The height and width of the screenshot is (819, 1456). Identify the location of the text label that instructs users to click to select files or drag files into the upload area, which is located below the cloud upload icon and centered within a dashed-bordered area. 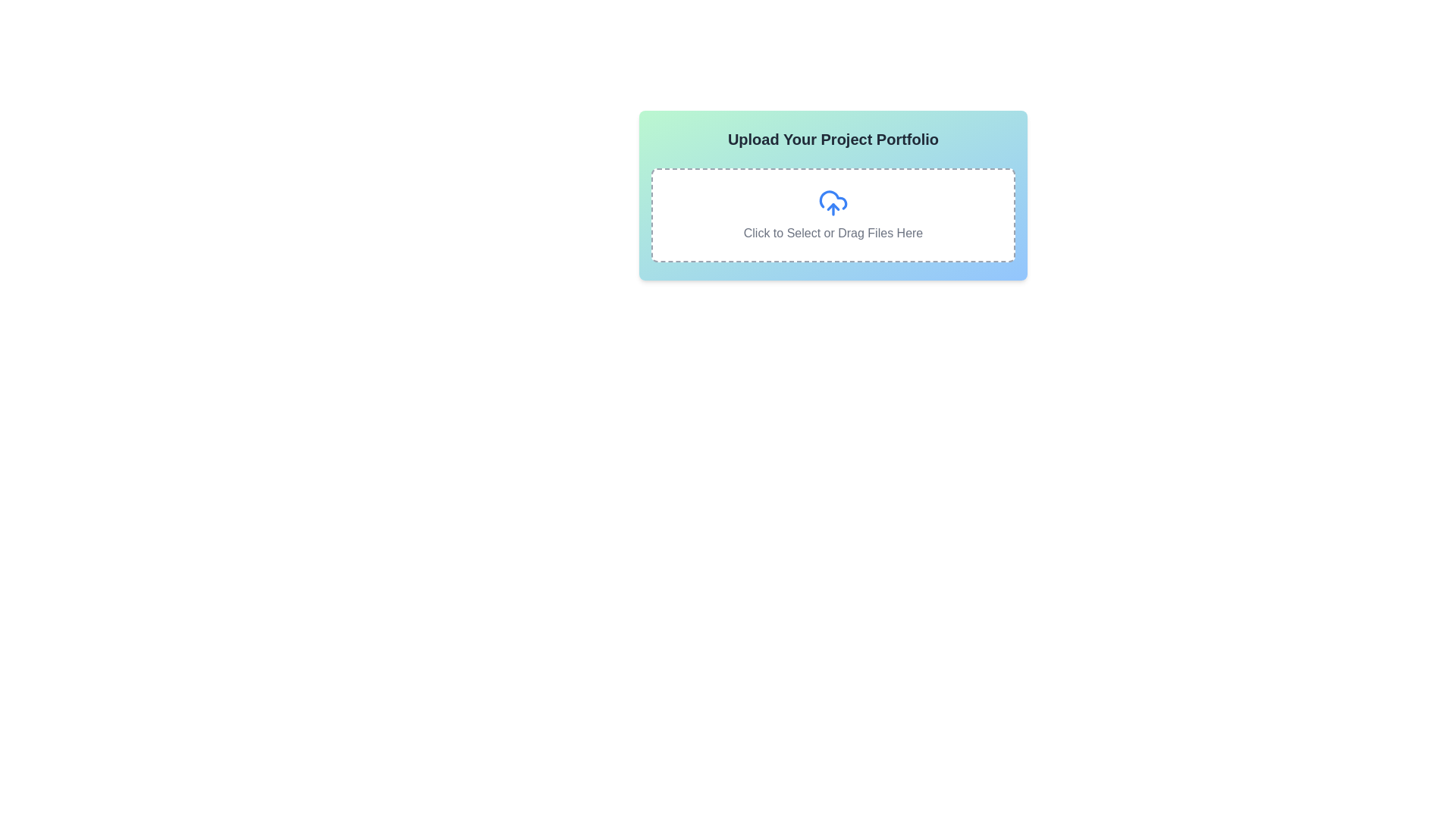
(833, 233).